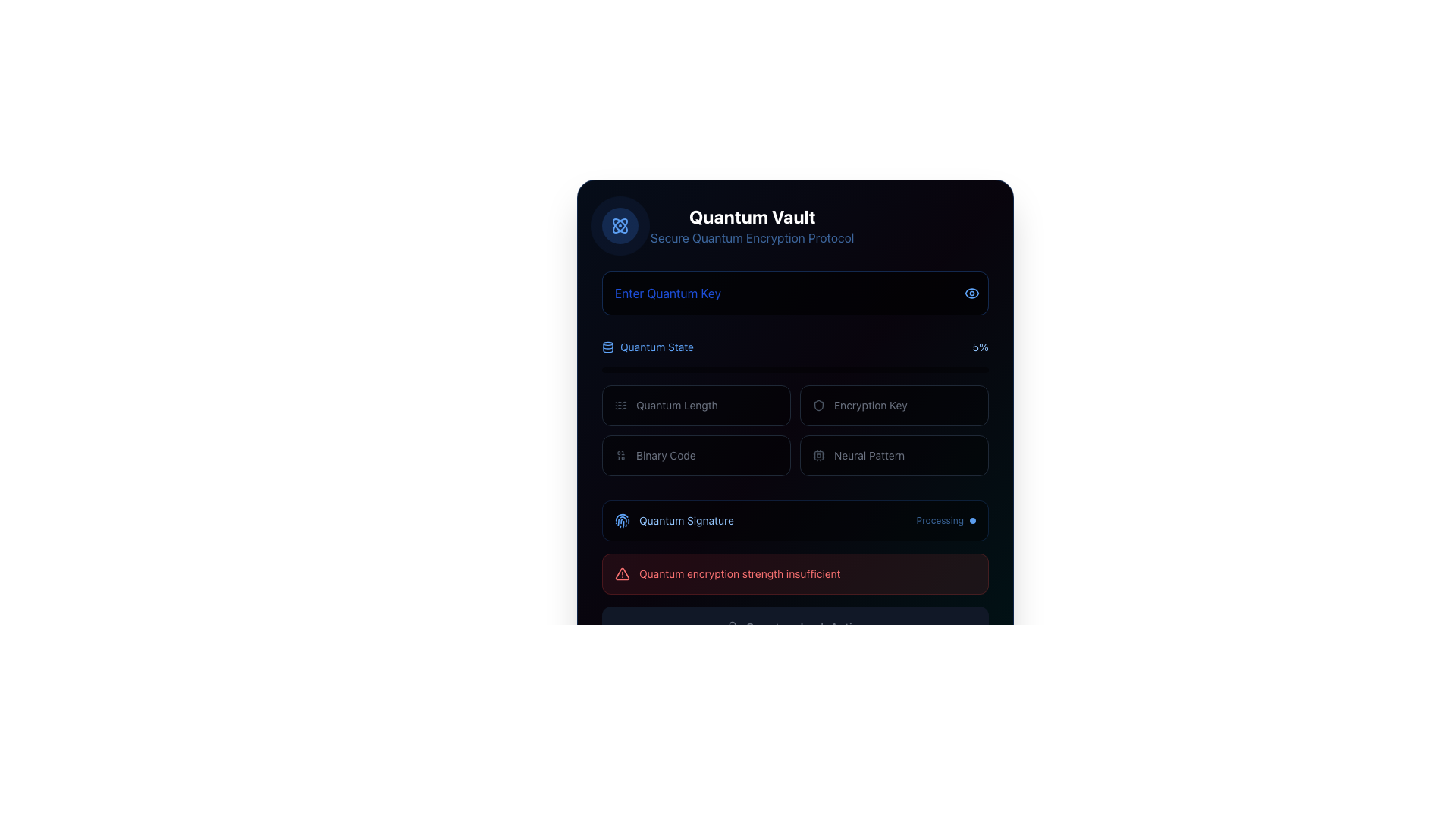 The image size is (1456, 819). I want to click on the Quantum State slider, so click(780, 370).